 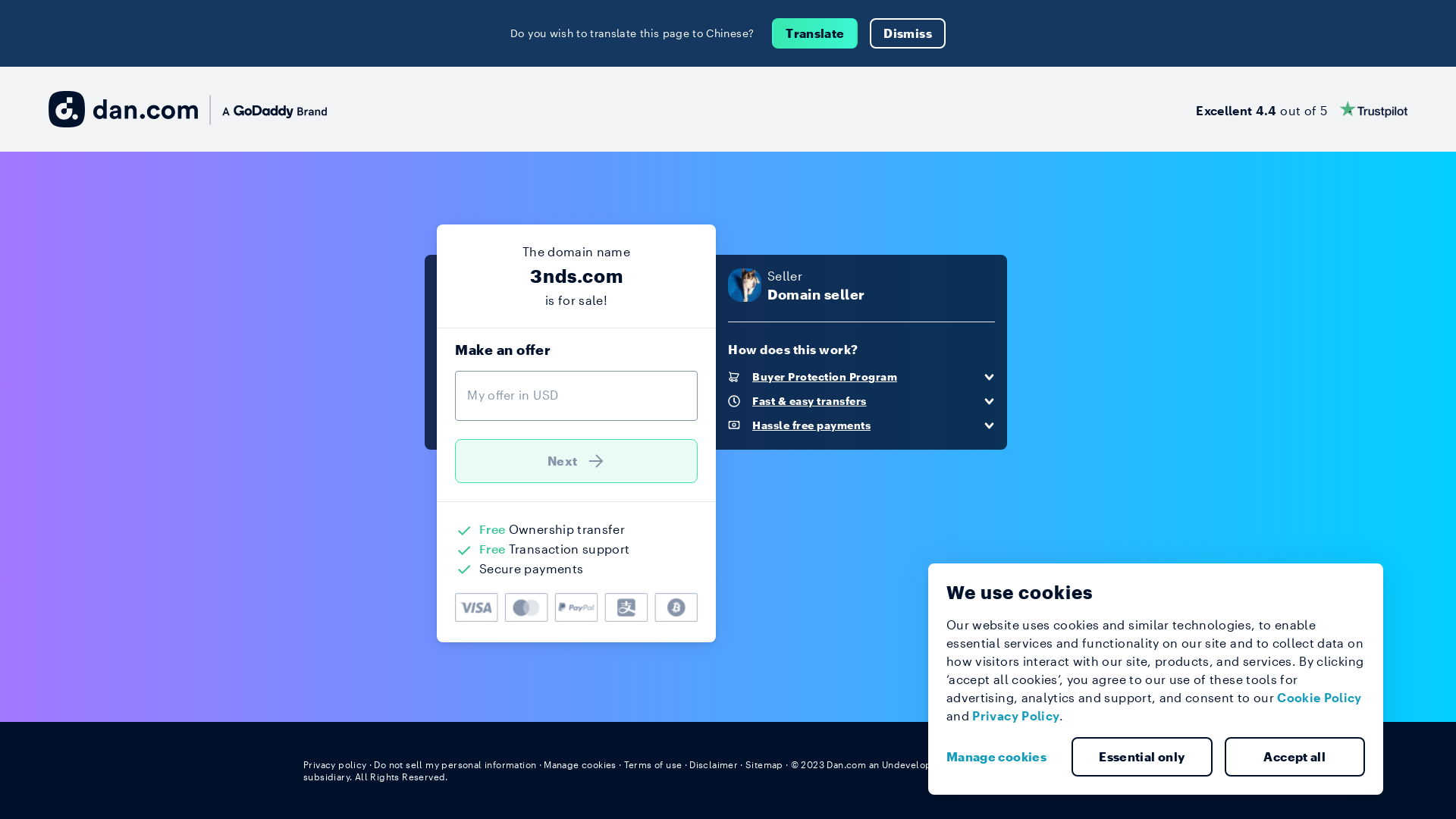 I want to click on 'Accept all', so click(x=1294, y=757).